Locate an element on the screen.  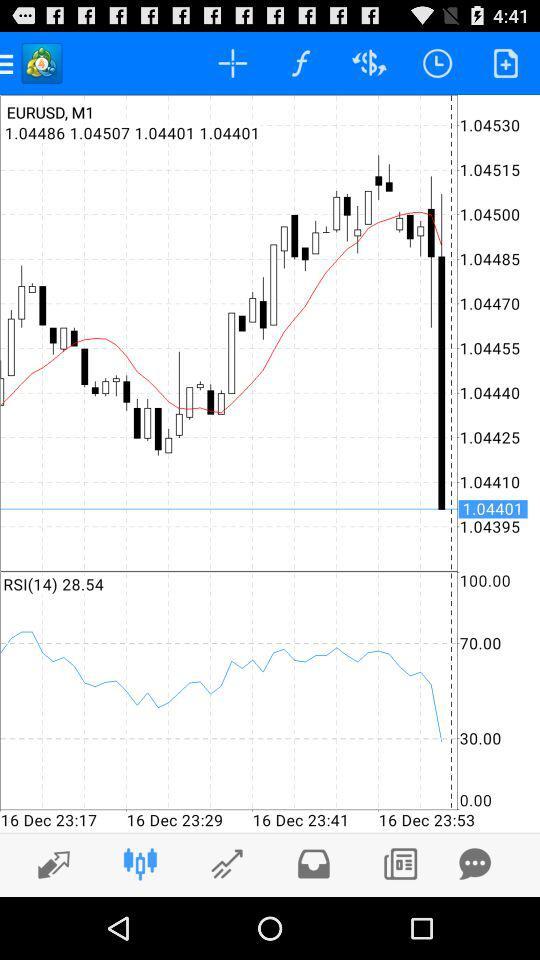
open chat box is located at coordinates (474, 863).